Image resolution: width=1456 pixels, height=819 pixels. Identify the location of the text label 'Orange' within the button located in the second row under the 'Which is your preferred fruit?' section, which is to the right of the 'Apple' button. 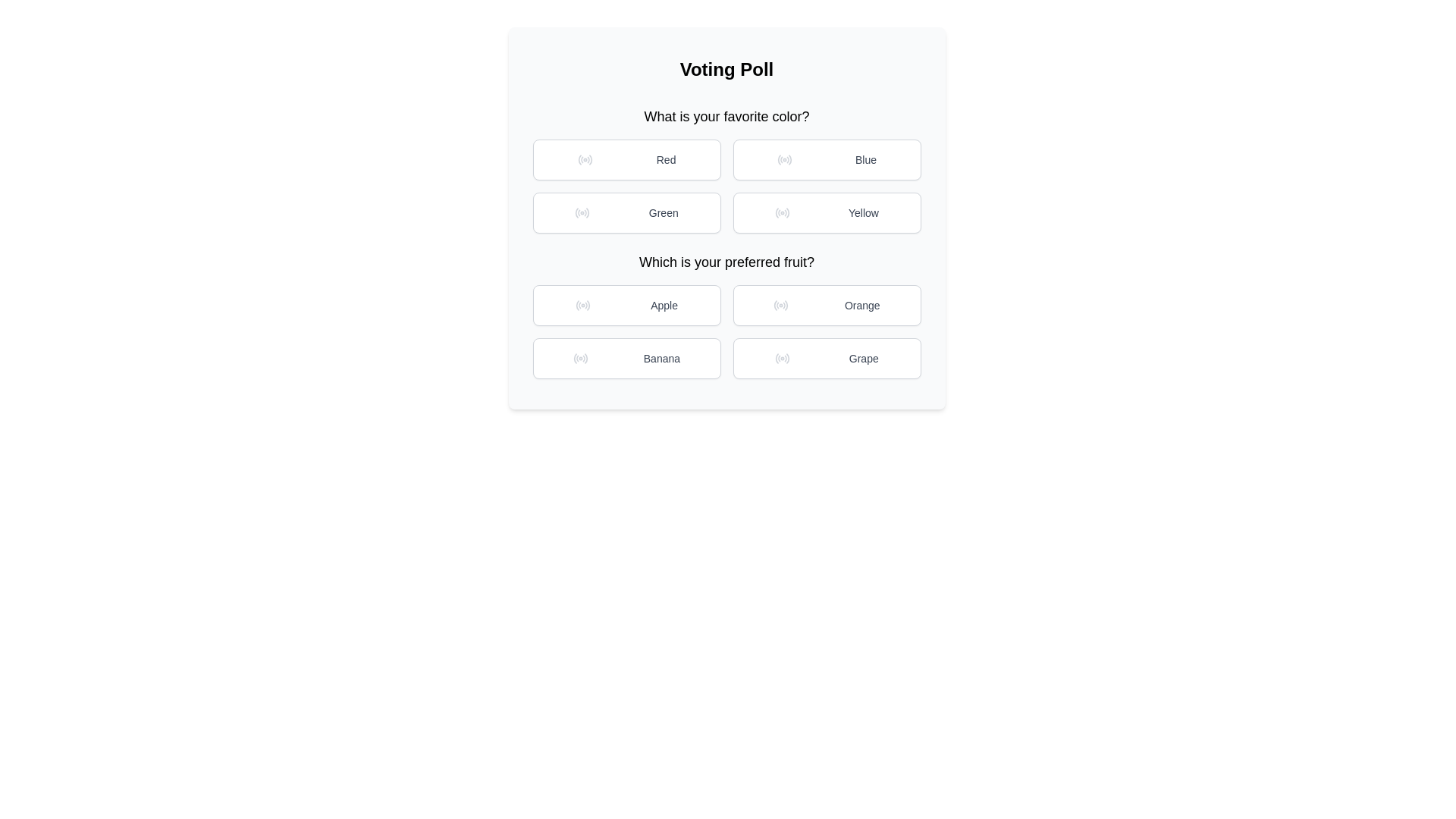
(862, 305).